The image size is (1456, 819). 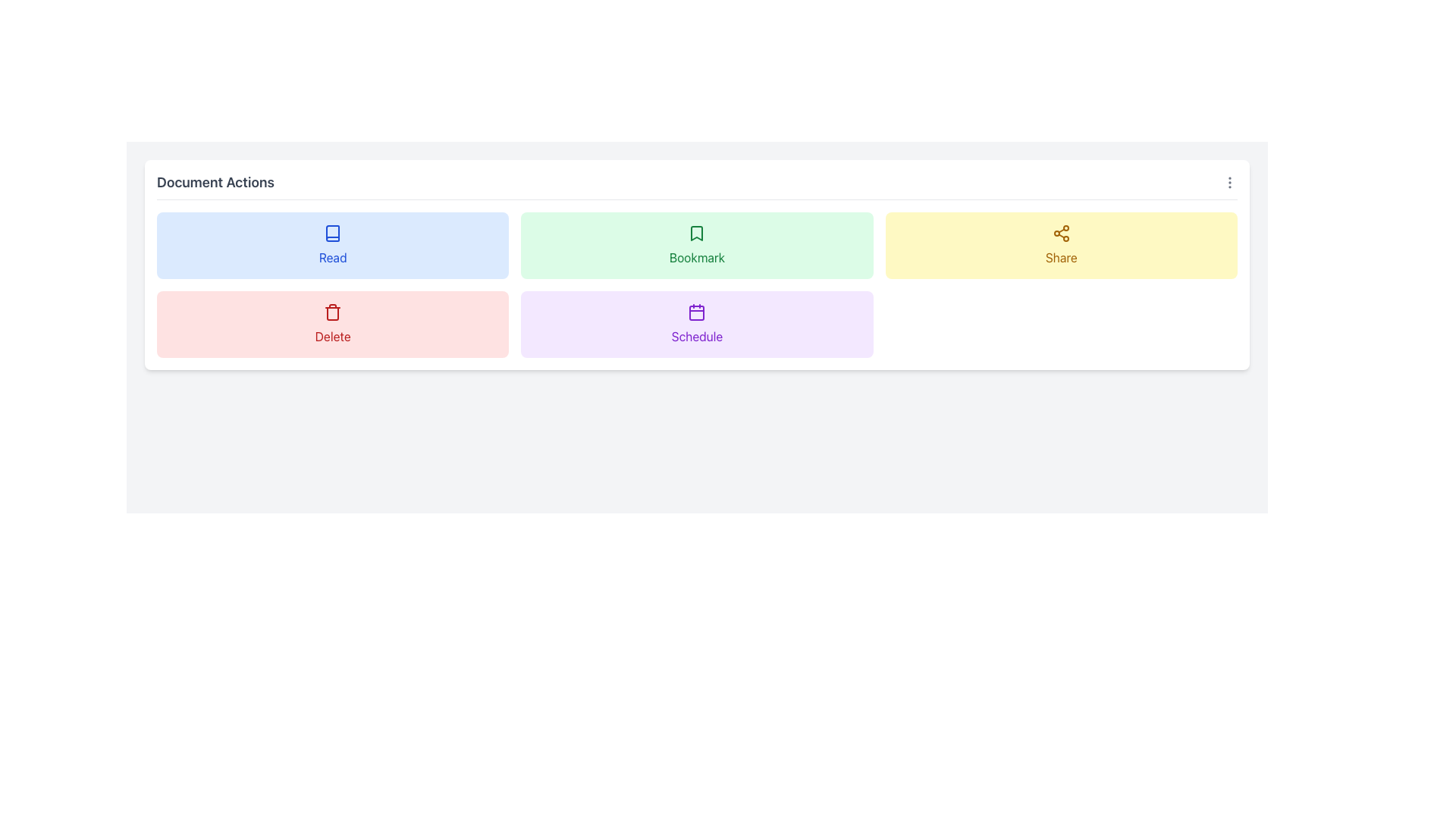 What do you see at coordinates (696, 234) in the screenshot?
I see `the green bookmark icon located in the first row, third cell of the 'Document Actions' section` at bounding box center [696, 234].